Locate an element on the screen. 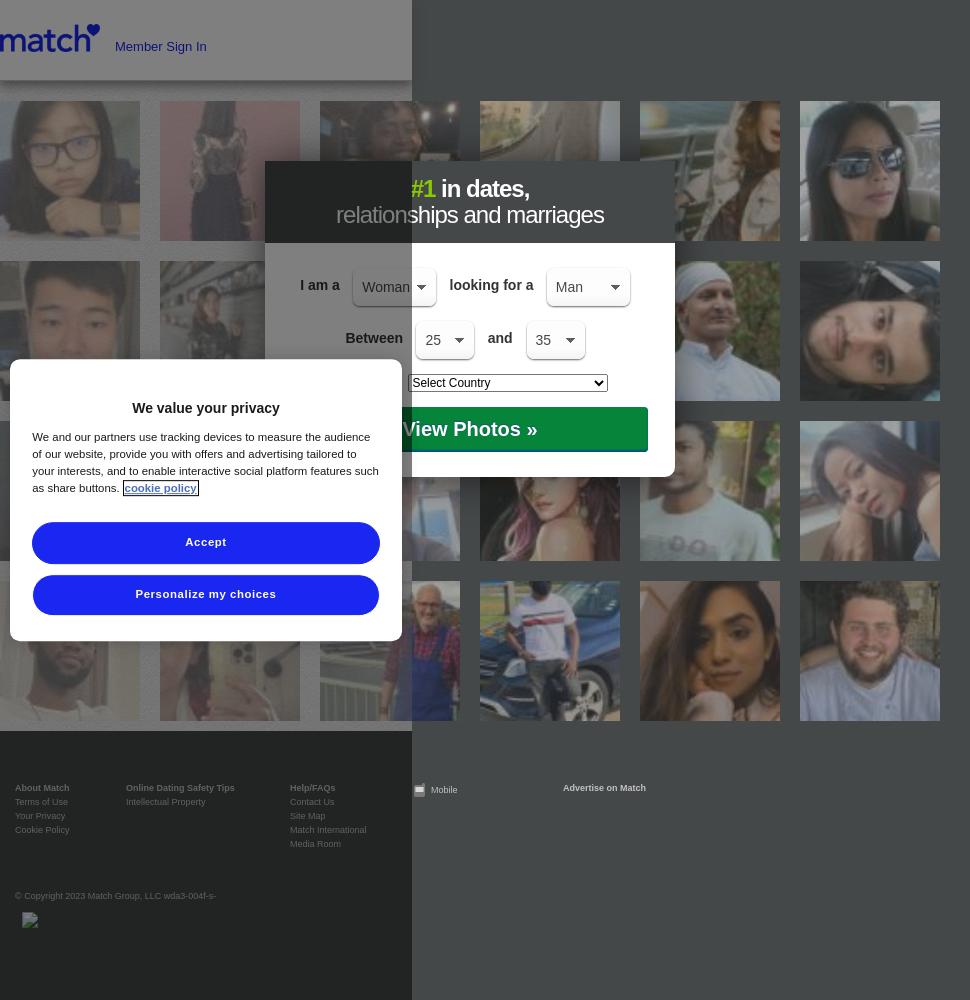  'Woman' is located at coordinates (384, 287).